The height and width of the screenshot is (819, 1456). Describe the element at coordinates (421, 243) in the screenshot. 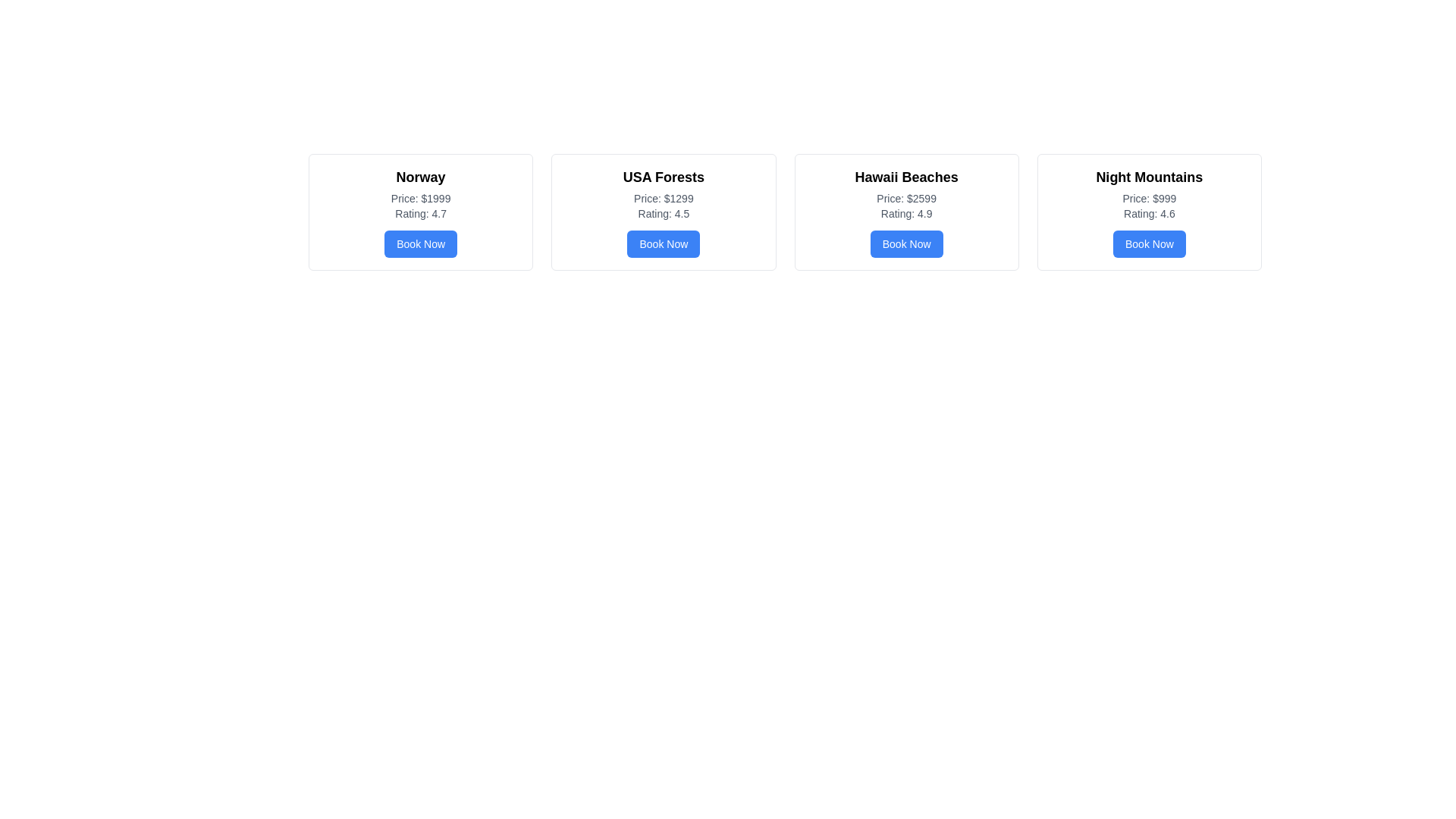

I see `the button located at the bottom of the Norway trip card to initiate the booking process` at that location.